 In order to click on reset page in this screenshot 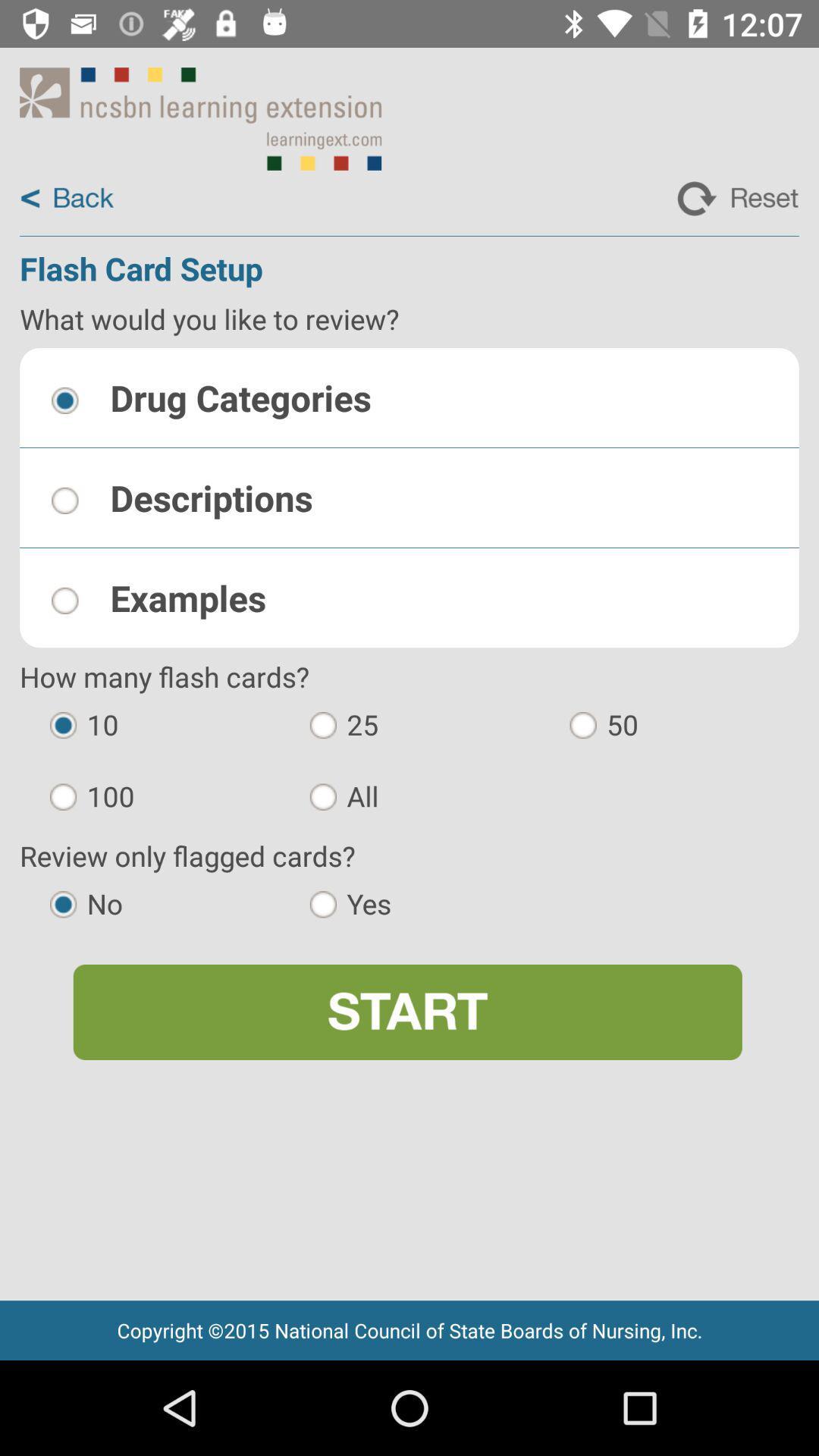, I will do `click(737, 198)`.